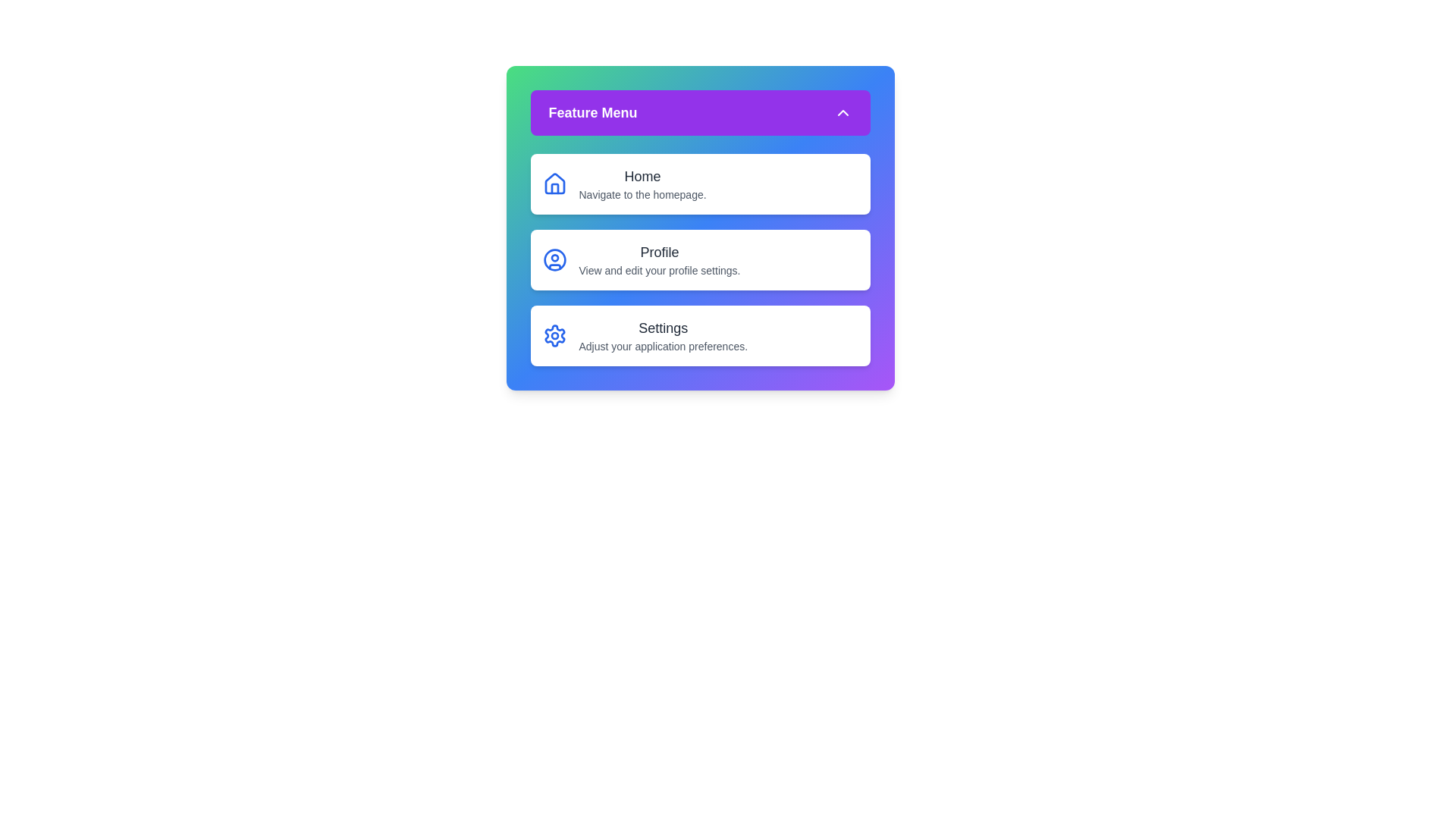 This screenshot has height=819, width=1456. Describe the element at coordinates (699, 335) in the screenshot. I see `the menu item labeled Settings` at that location.